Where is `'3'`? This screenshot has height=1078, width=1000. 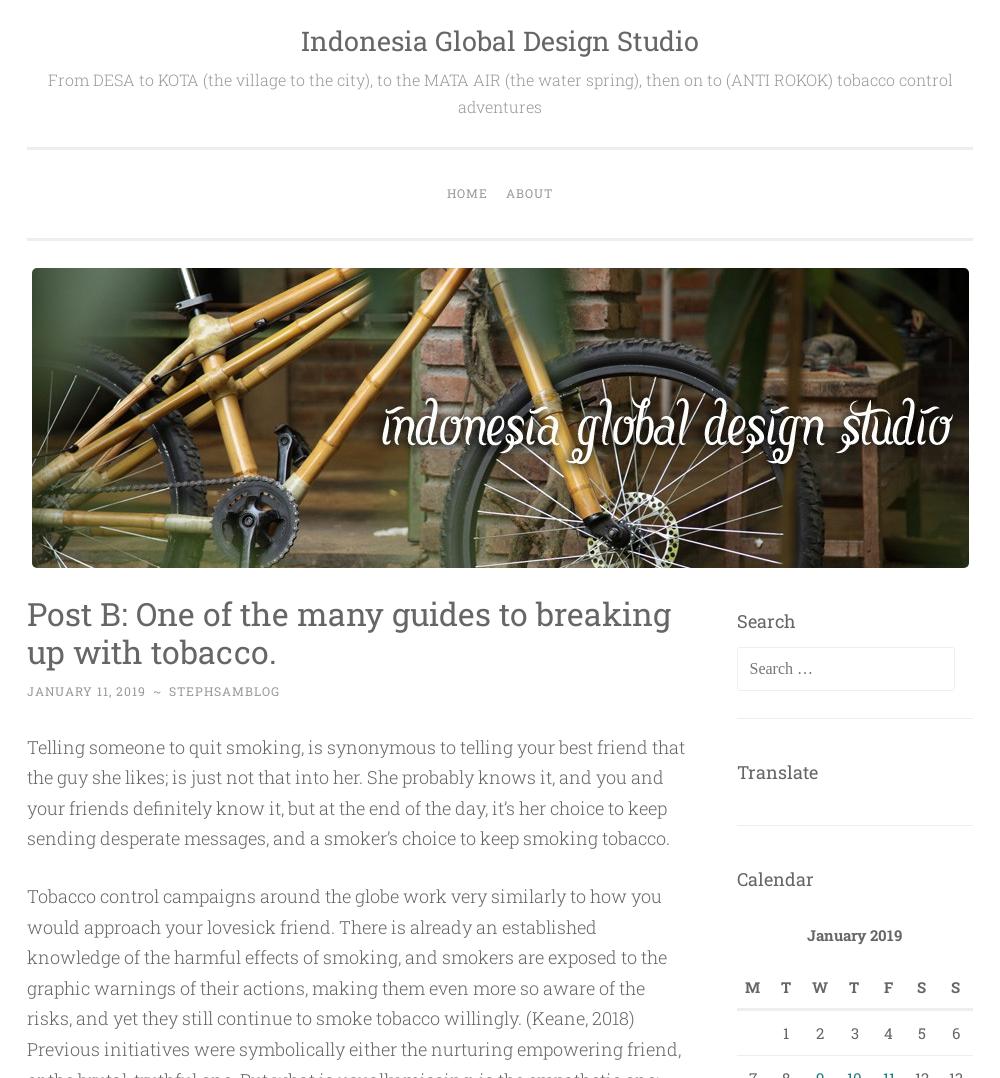 '3' is located at coordinates (853, 1030).